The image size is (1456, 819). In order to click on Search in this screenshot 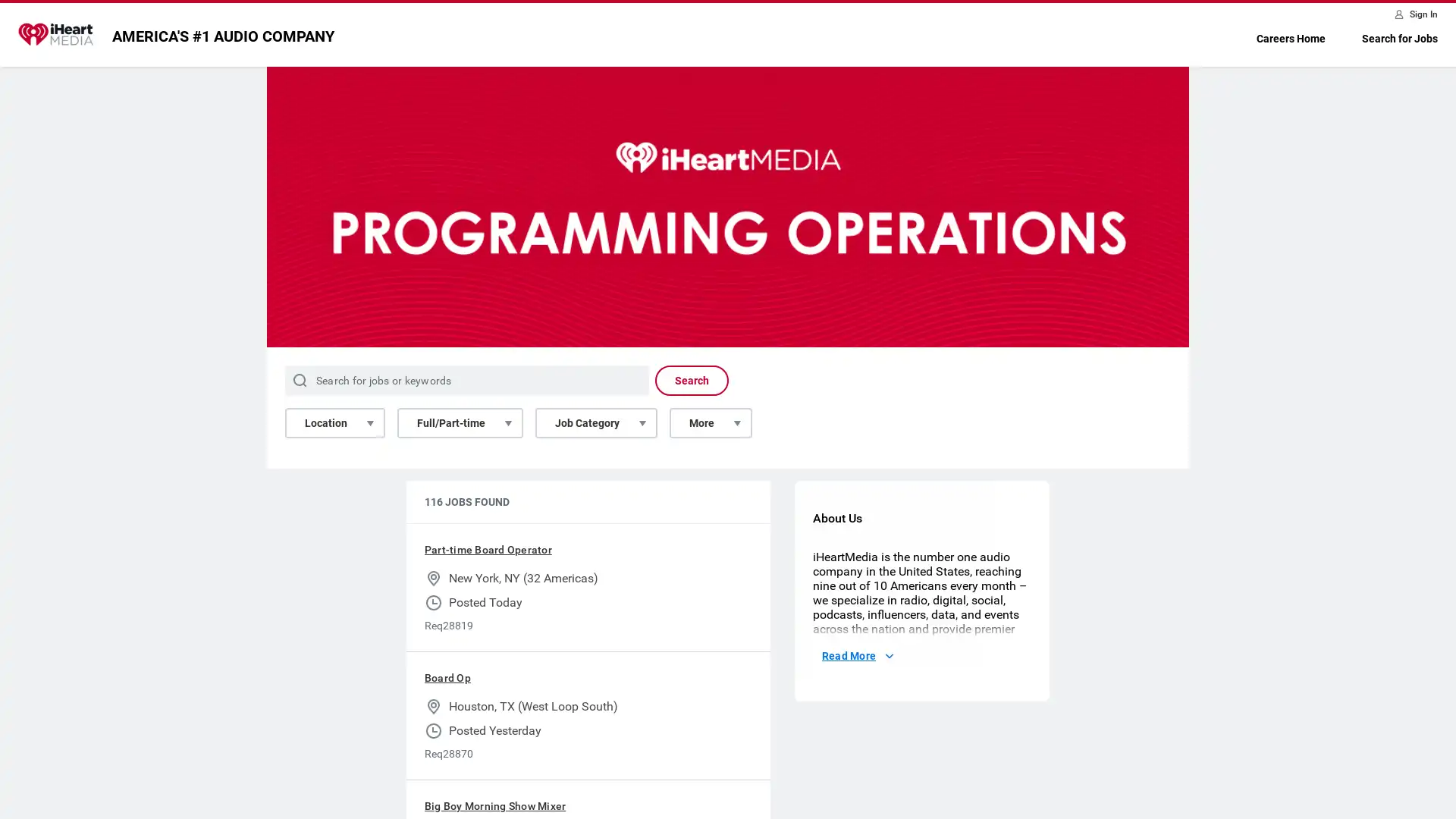, I will do `click(691, 379)`.